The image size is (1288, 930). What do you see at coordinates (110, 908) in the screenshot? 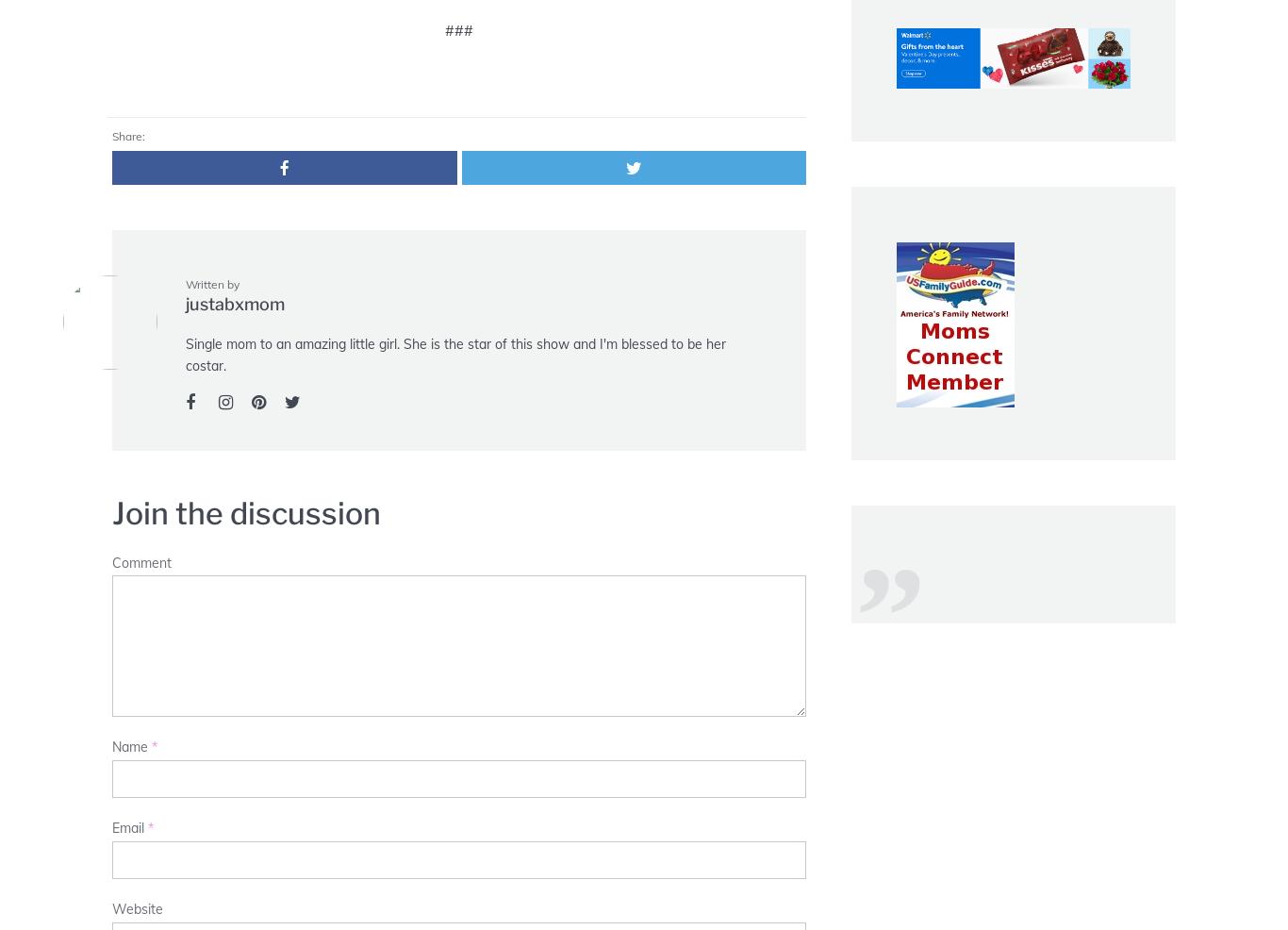
I see `'Website'` at bounding box center [110, 908].